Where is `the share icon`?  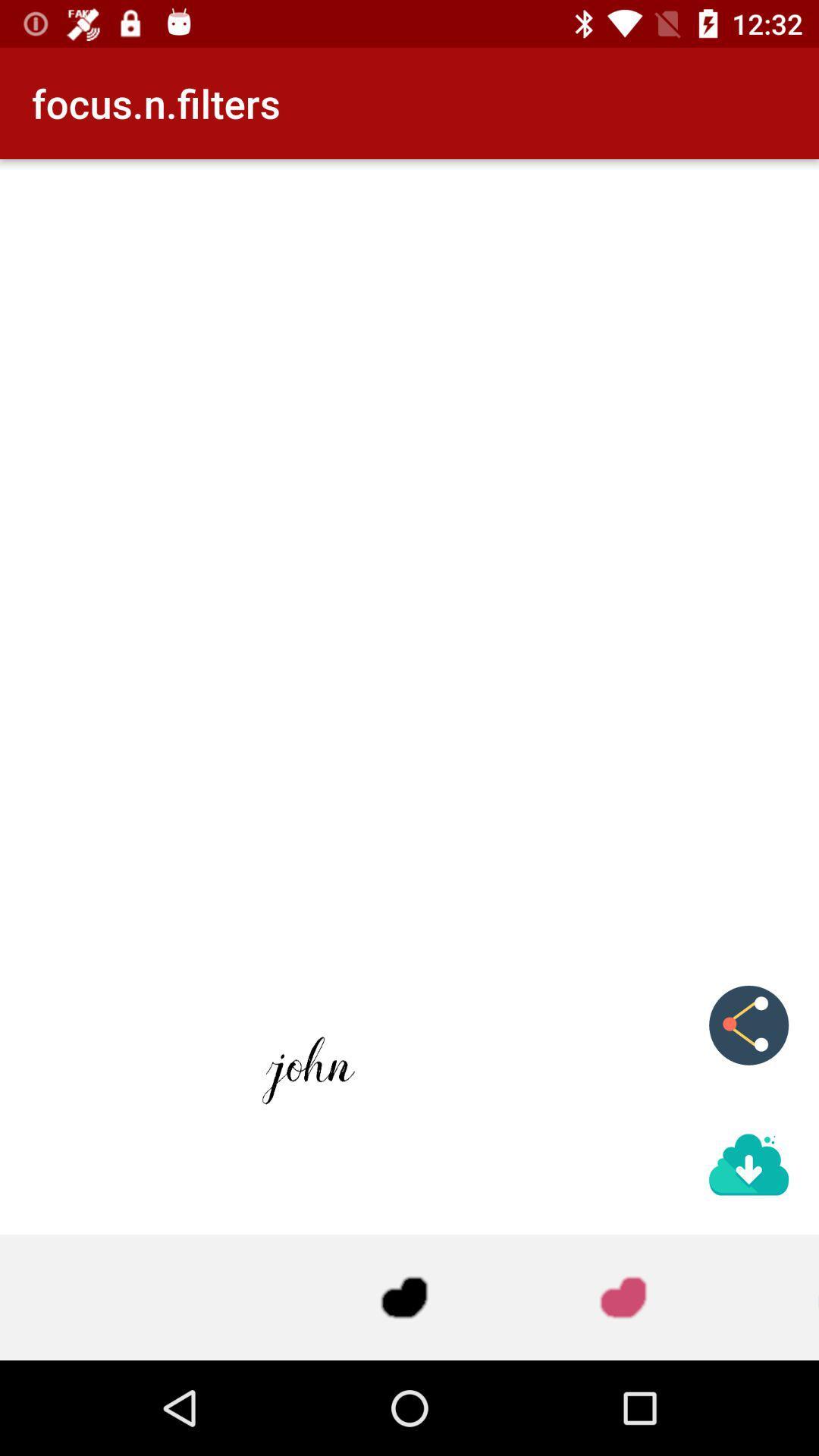
the share icon is located at coordinates (748, 1025).